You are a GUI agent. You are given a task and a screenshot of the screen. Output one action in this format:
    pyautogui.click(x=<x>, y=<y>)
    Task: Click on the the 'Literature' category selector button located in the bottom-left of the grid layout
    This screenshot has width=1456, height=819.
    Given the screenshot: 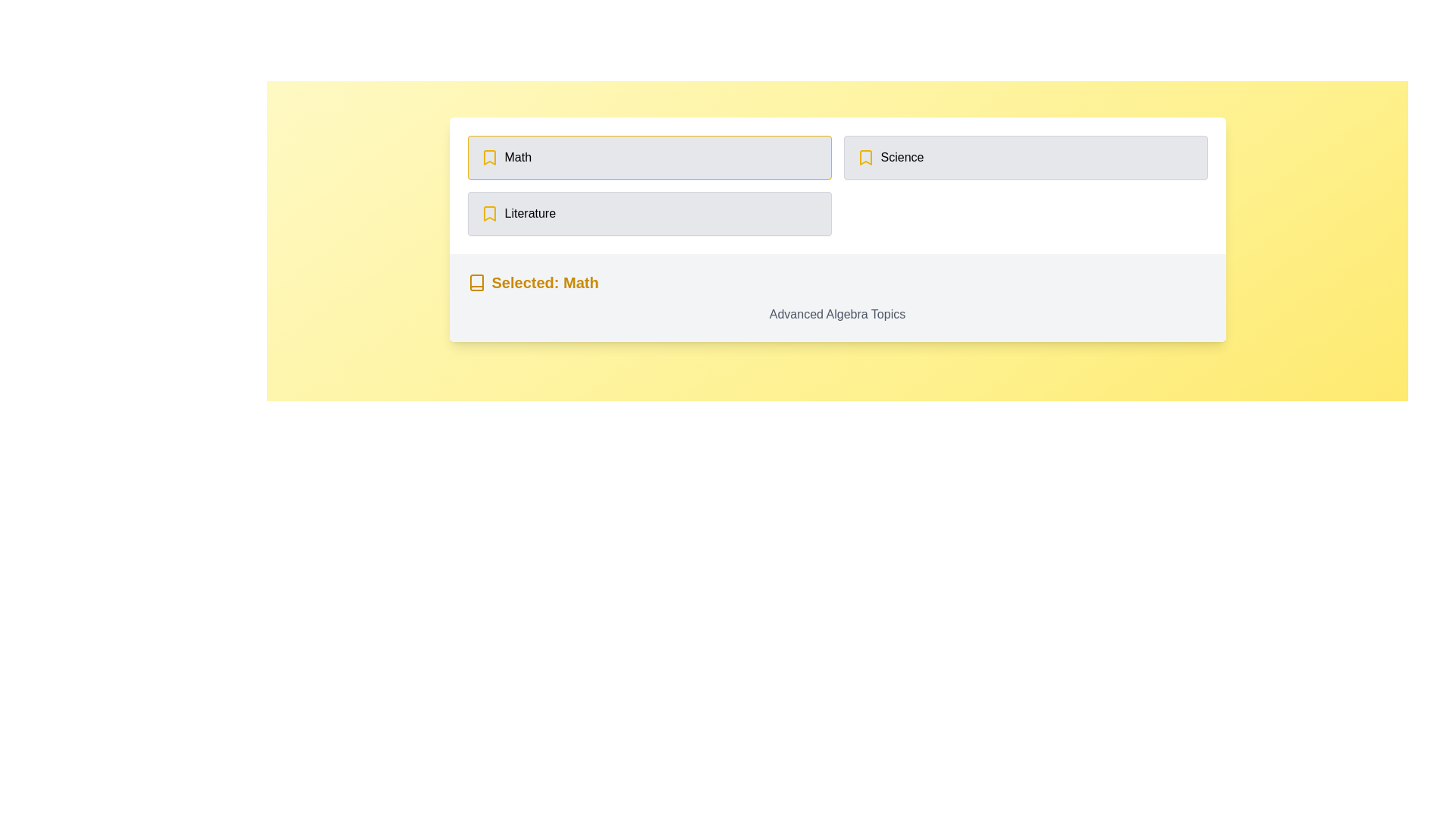 What is the action you would take?
    pyautogui.click(x=649, y=213)
    